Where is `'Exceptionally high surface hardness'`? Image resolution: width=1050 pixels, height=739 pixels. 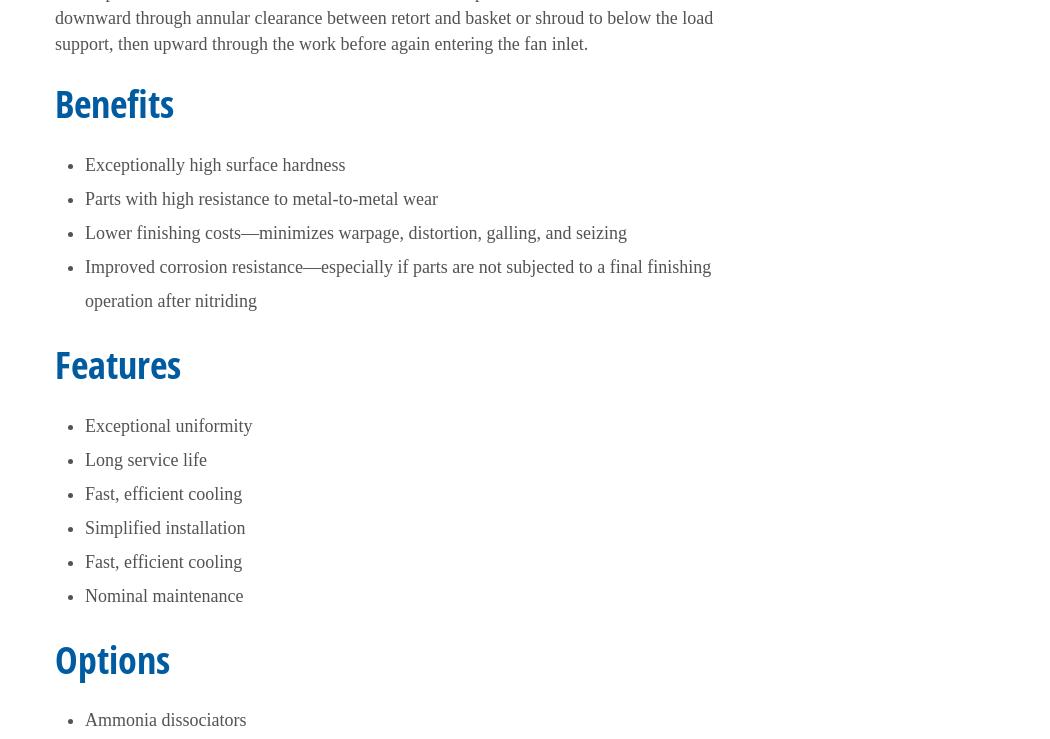 'Exceptionally high surface hardness' is located at coordinates (214, 162).